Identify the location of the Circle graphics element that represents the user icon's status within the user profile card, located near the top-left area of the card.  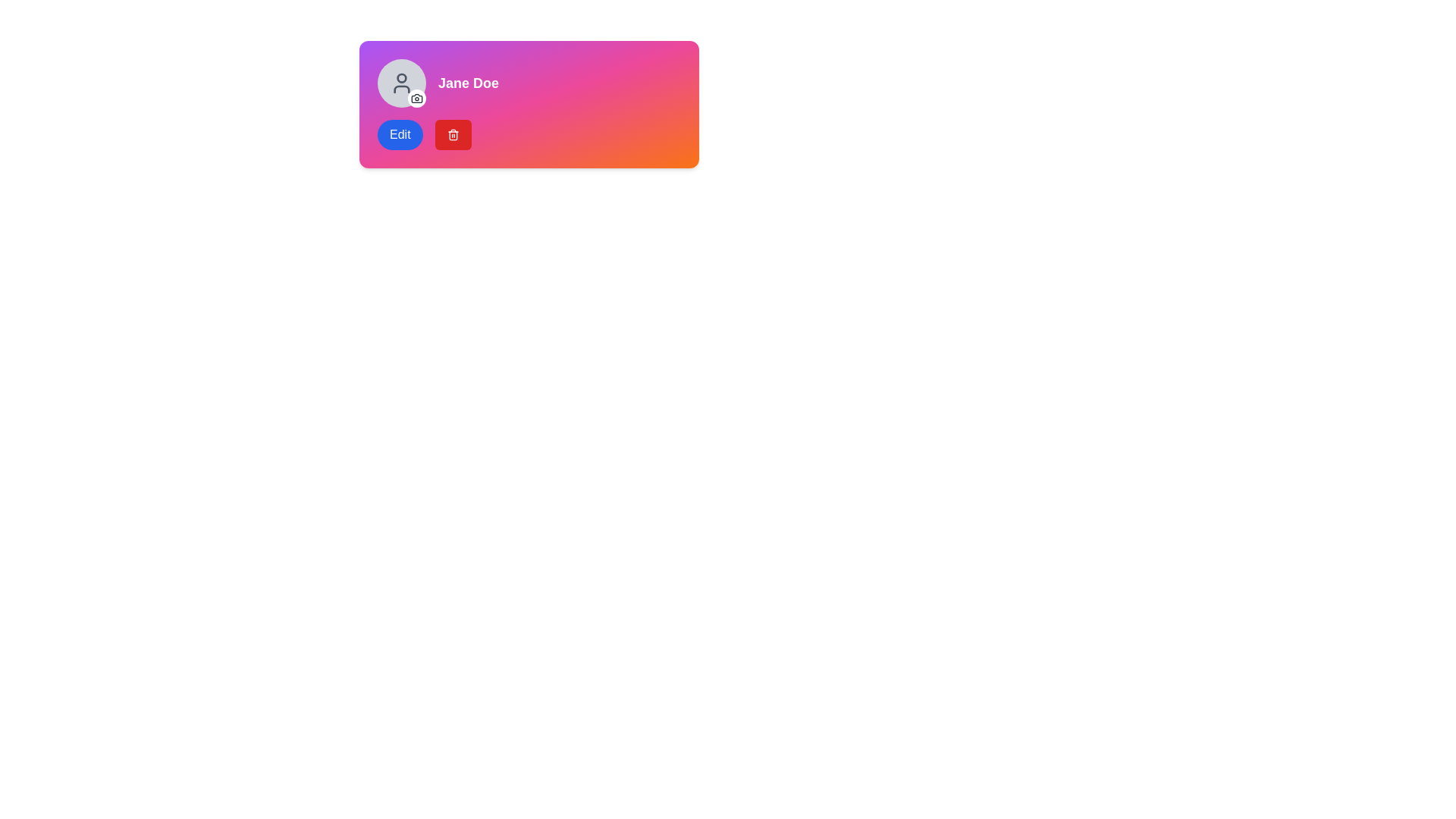
(401, 78).